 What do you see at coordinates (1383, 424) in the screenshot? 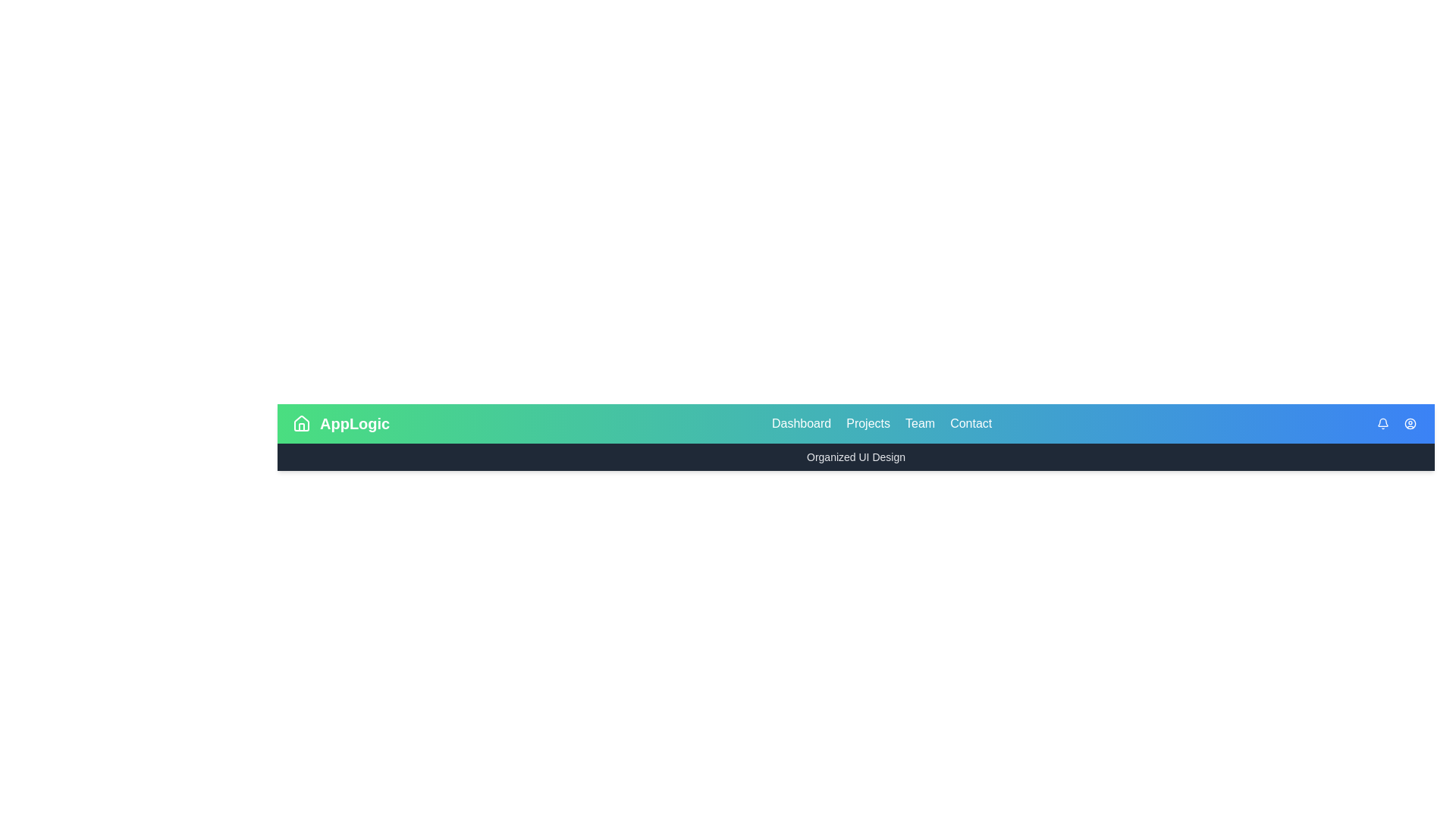
I see `the utility icon bell` at bounding box center [1383, 424].